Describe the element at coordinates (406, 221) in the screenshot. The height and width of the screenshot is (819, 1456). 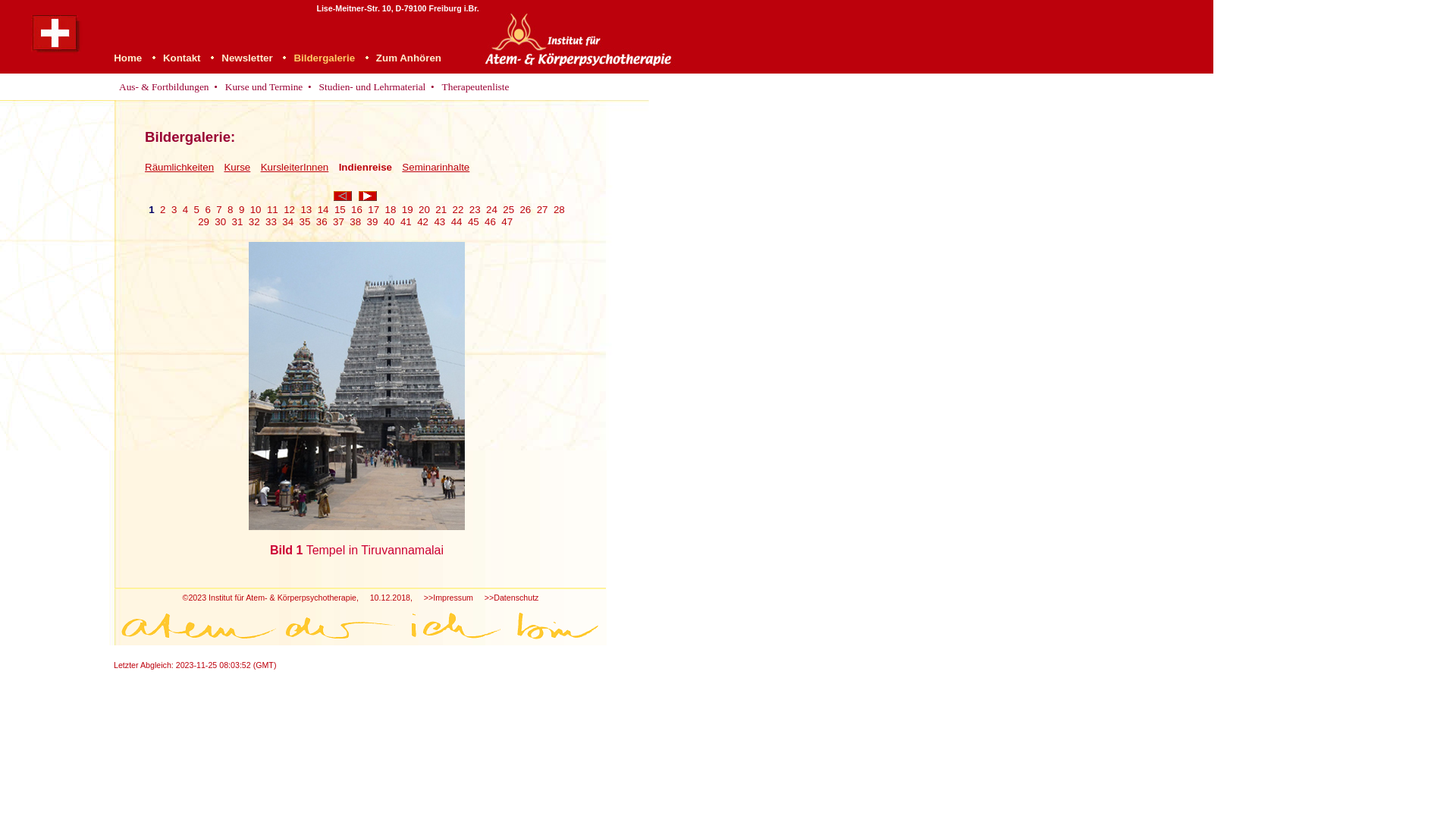
I see `'41'` at that location.